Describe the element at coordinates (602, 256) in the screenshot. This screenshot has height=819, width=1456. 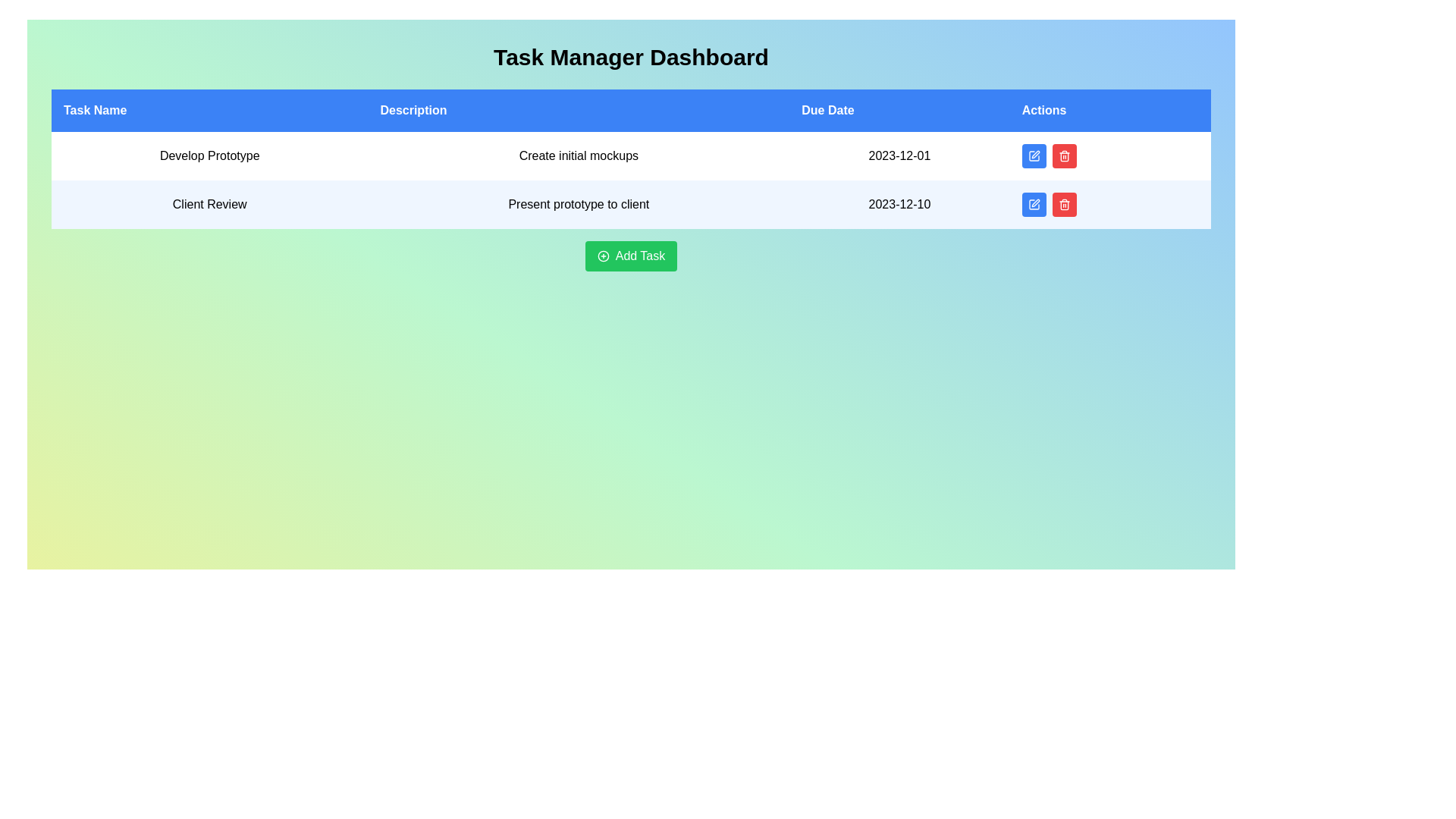
I see `the SVG Graphics Circle element that serves as the background of the 'Add Task' button in the Task Manager Dashboard` at that location.